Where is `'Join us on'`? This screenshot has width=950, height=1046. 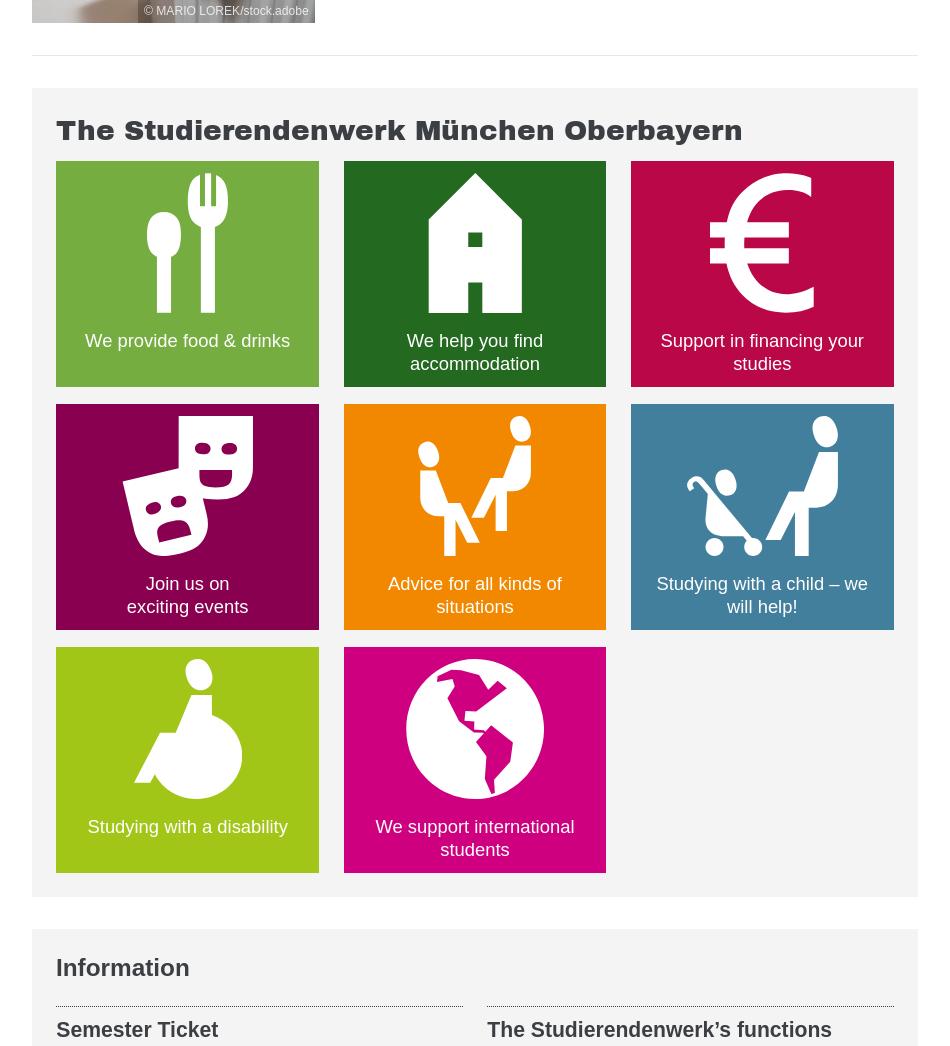 'Join us on' is located at coordinates (186, 582).